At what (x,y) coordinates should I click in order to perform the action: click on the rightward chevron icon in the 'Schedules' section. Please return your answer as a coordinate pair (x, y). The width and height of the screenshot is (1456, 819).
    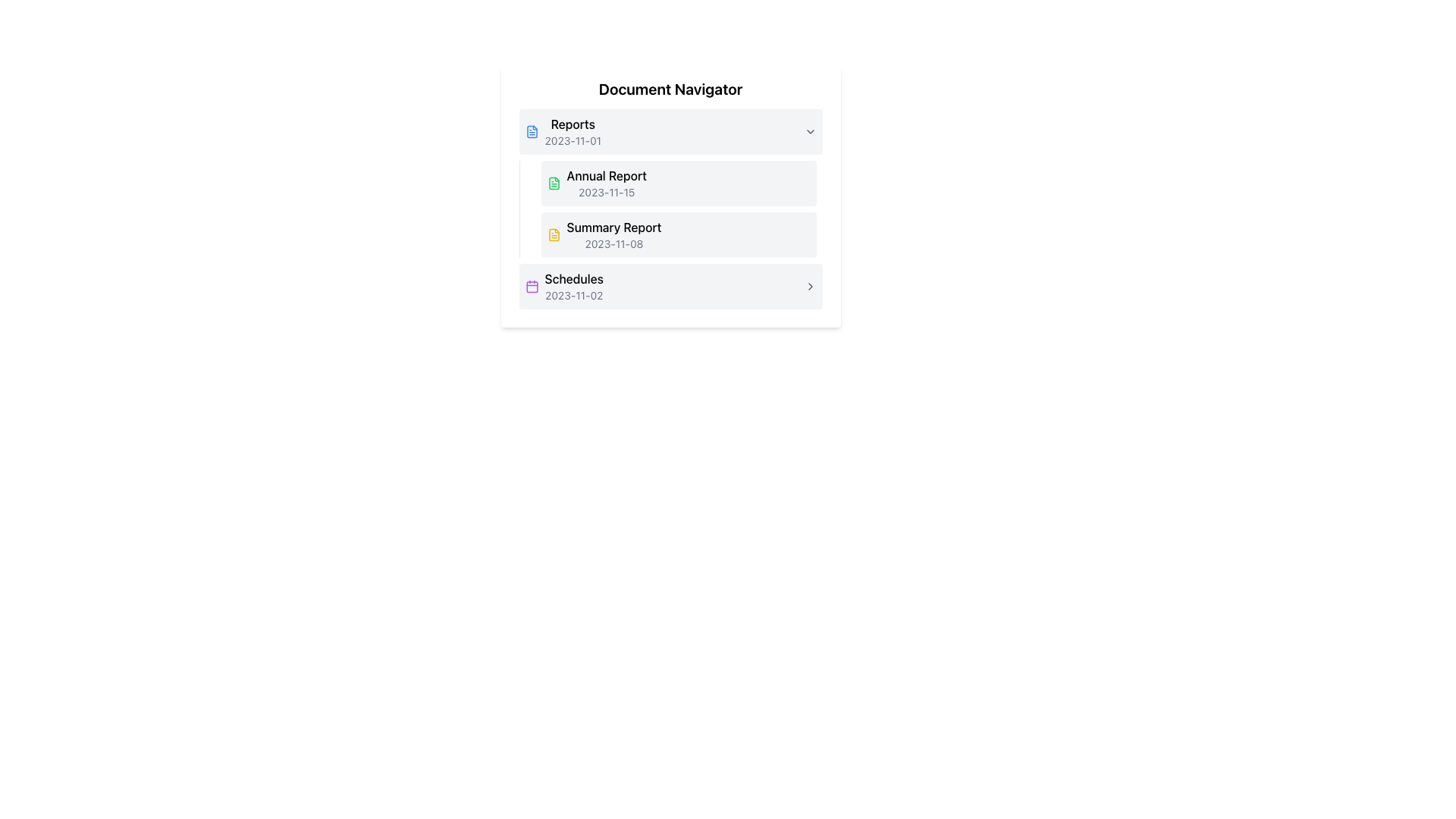
    Looking at the image, I should click on (809, 287).